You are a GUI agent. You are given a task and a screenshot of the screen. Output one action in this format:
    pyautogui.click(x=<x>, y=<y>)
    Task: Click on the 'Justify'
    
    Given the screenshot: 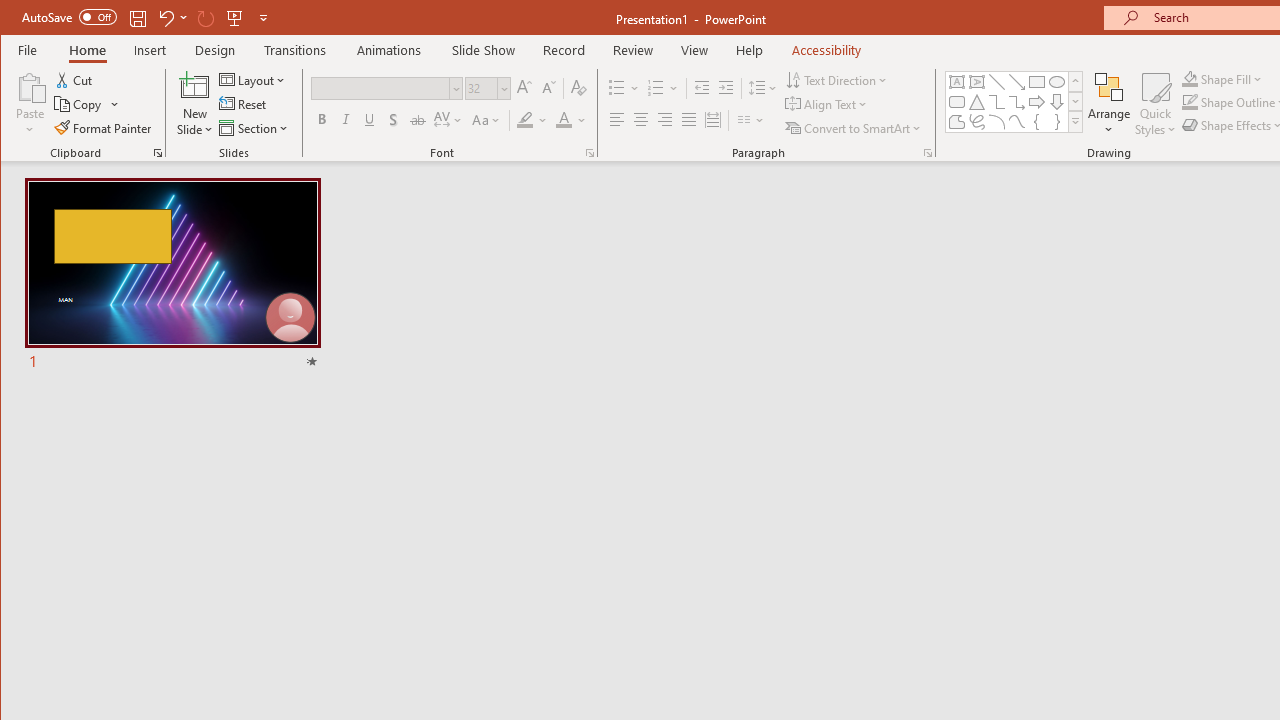 What is the action you would take?
    pyautogui.click(x=689, y=120)
    